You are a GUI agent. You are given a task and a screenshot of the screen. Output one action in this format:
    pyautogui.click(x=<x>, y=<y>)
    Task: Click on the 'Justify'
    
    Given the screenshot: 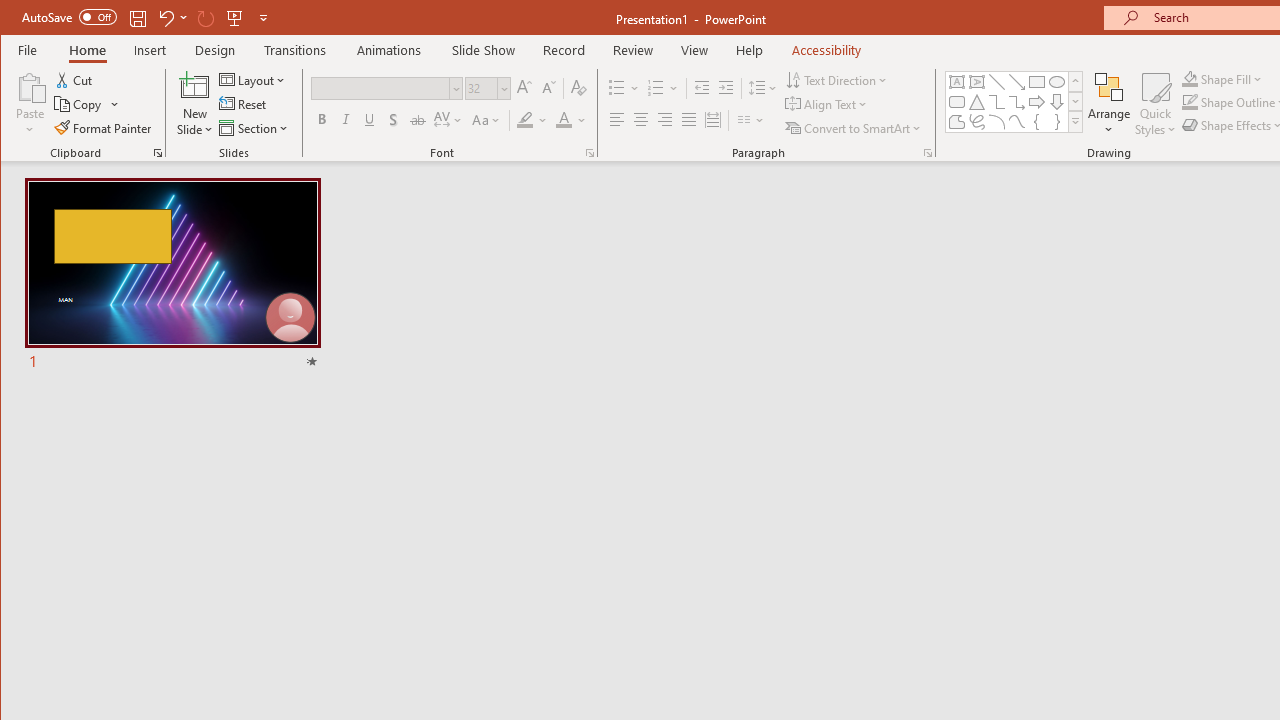 What is the action you would take?
    pyautogui.click(x=689, y=120)
    